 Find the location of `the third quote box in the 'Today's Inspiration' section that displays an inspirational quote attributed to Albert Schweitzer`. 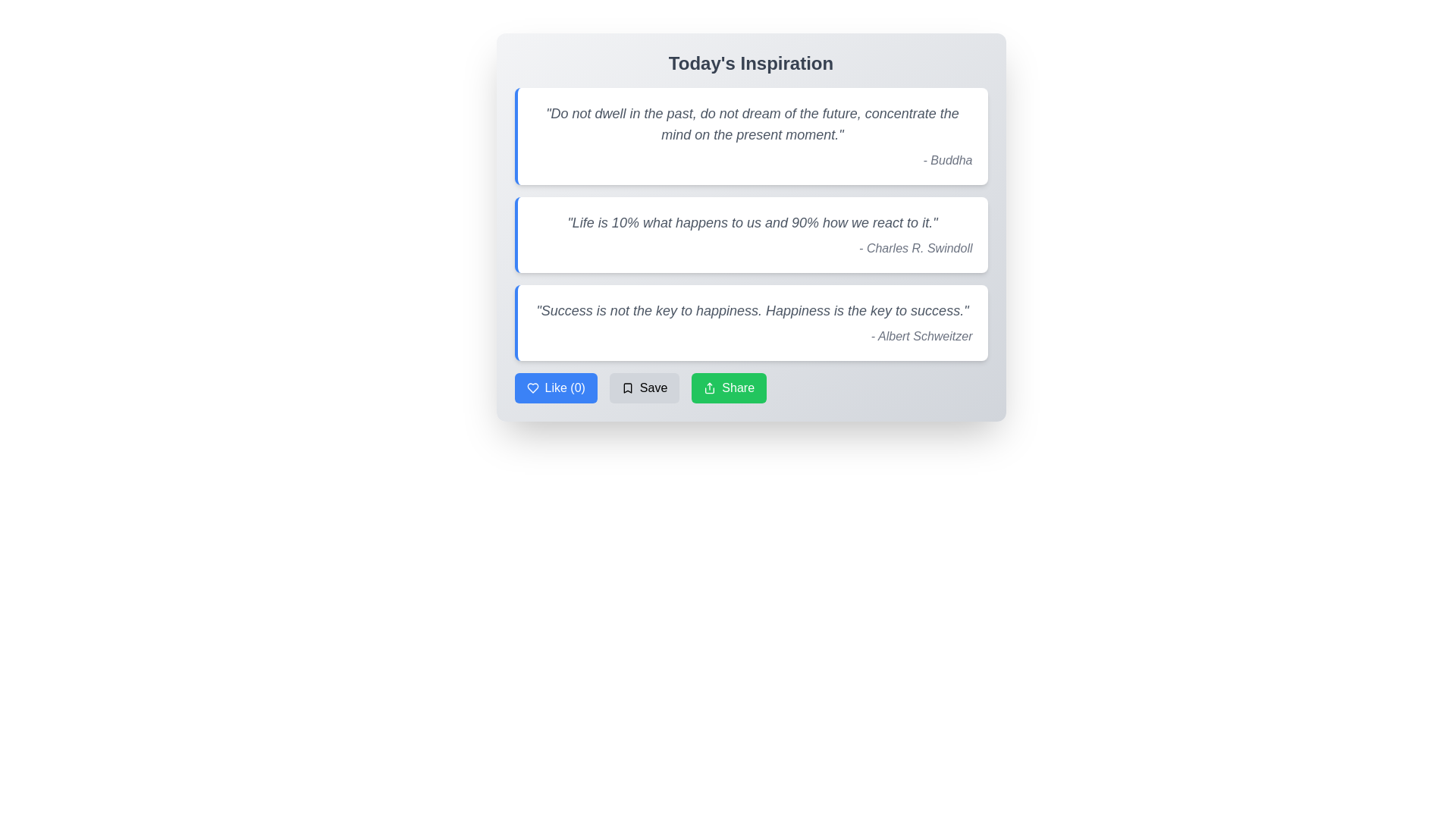

the third quote box in the 'Today's Inspiration' section that displays an inspirational quote attributed to Albert Schweitzer is located at coordinates (751, 322).